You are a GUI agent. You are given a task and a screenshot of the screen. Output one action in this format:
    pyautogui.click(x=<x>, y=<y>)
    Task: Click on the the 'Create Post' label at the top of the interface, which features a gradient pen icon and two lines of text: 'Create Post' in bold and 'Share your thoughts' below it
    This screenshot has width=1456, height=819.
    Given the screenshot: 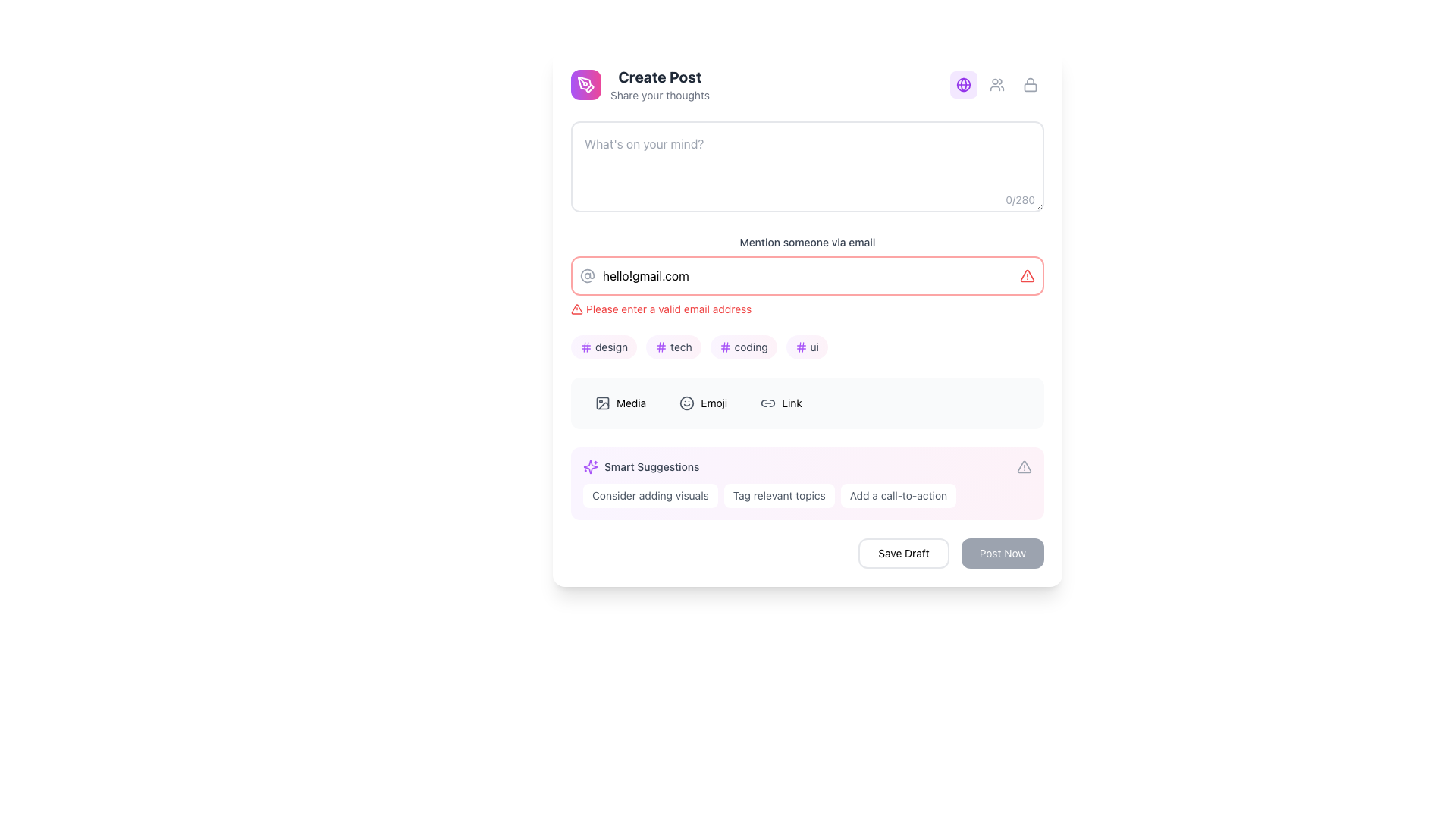 What is the action you would take?
    pyautogui.click(x=640, y=84)
    